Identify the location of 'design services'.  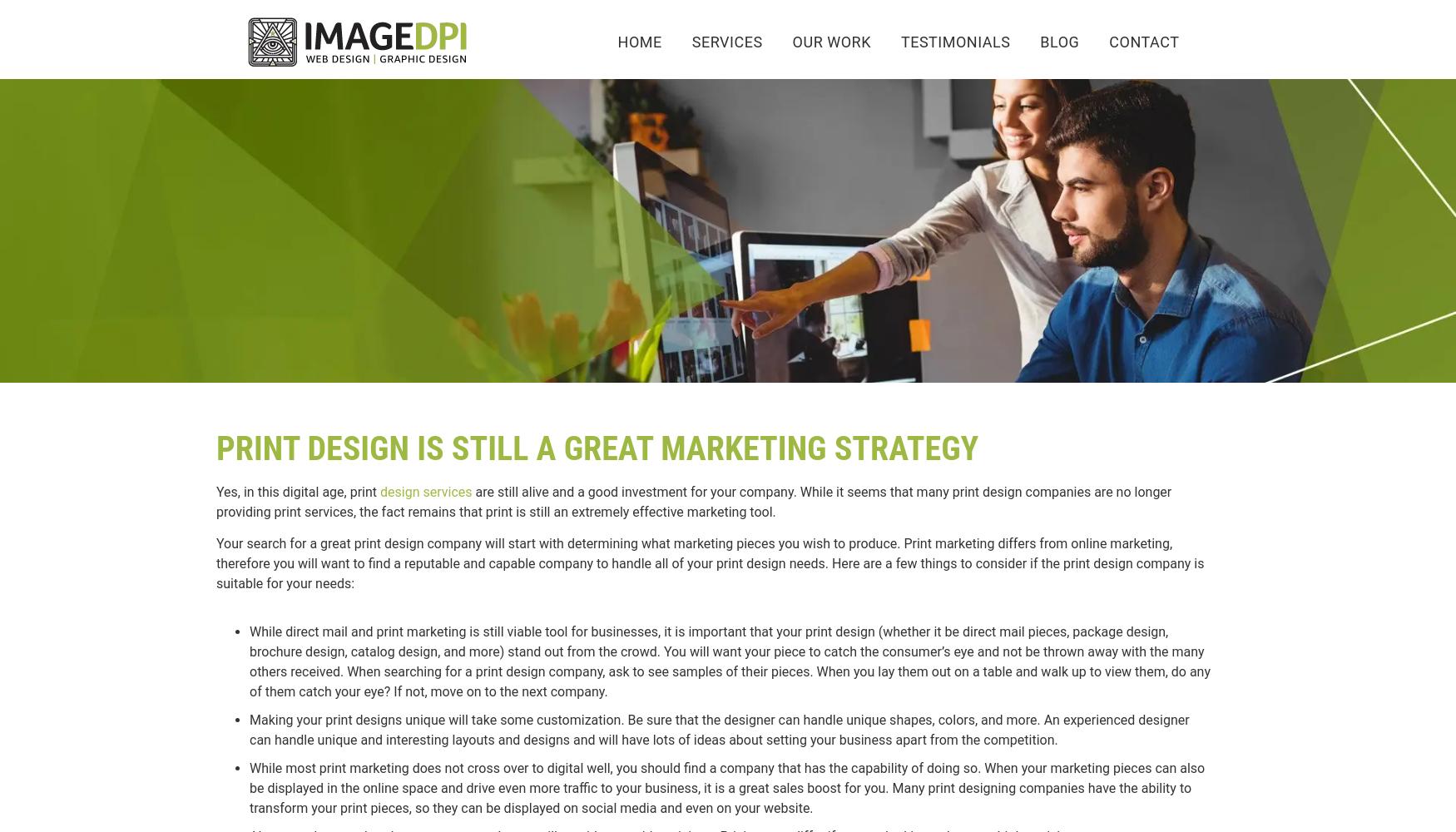
(379, 490).